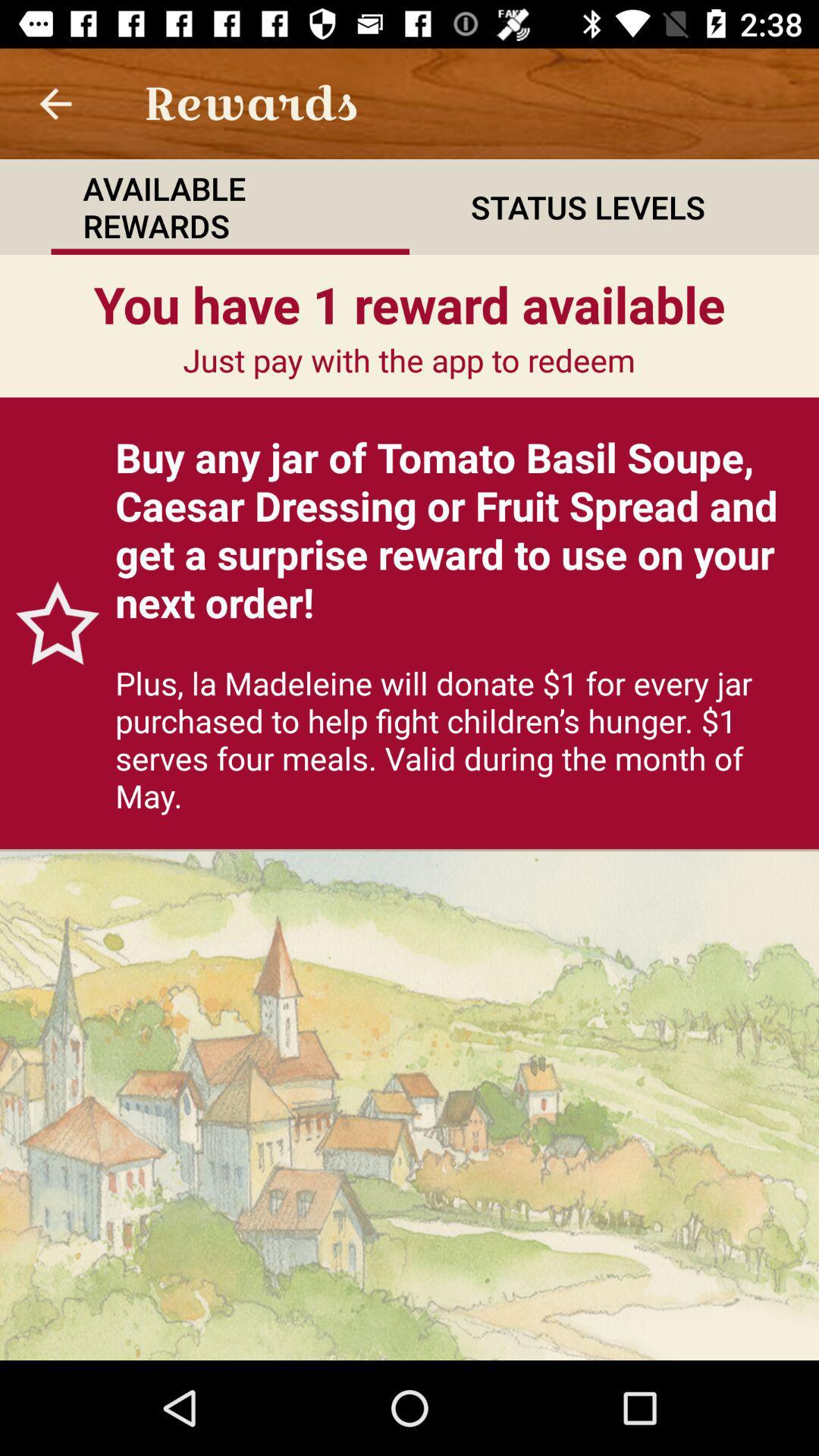 The width and height of the screenshot is (819, 1456). Describe the element at coordinates (49, 623) in the screenshot. I see `the icon on the left` at that location.